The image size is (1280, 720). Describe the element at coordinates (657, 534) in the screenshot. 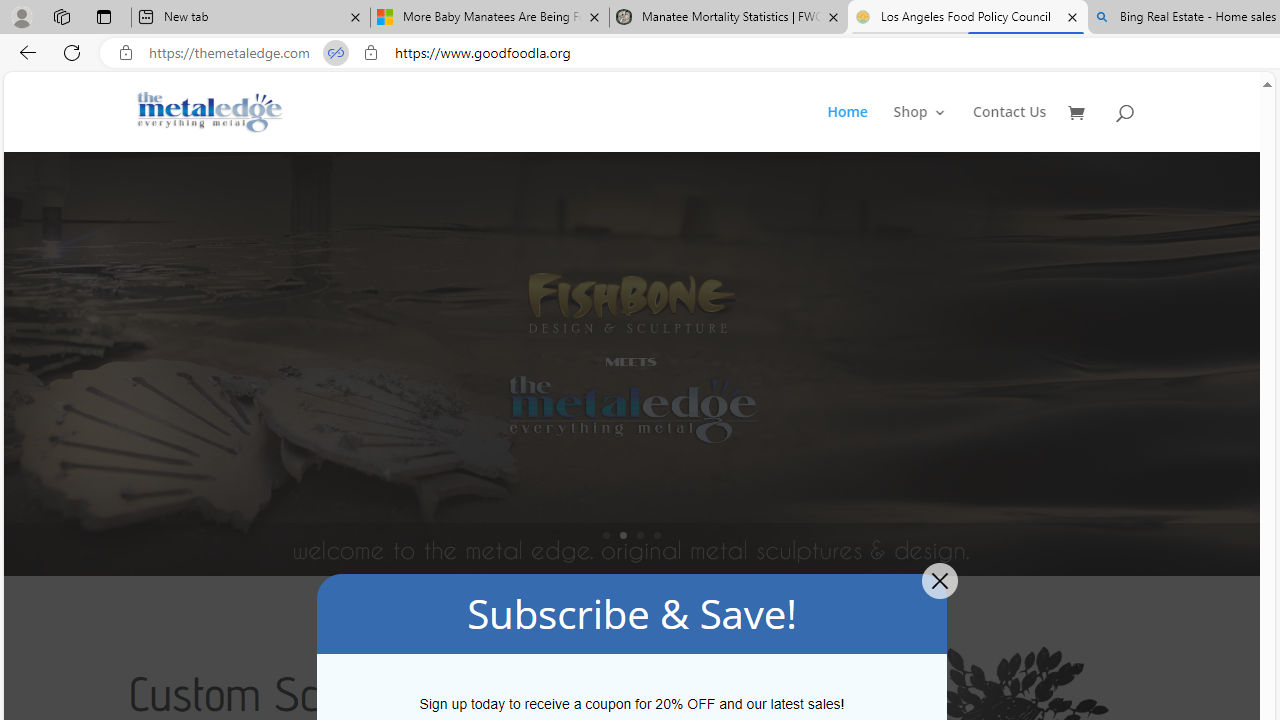

I see `'4'` at that location.